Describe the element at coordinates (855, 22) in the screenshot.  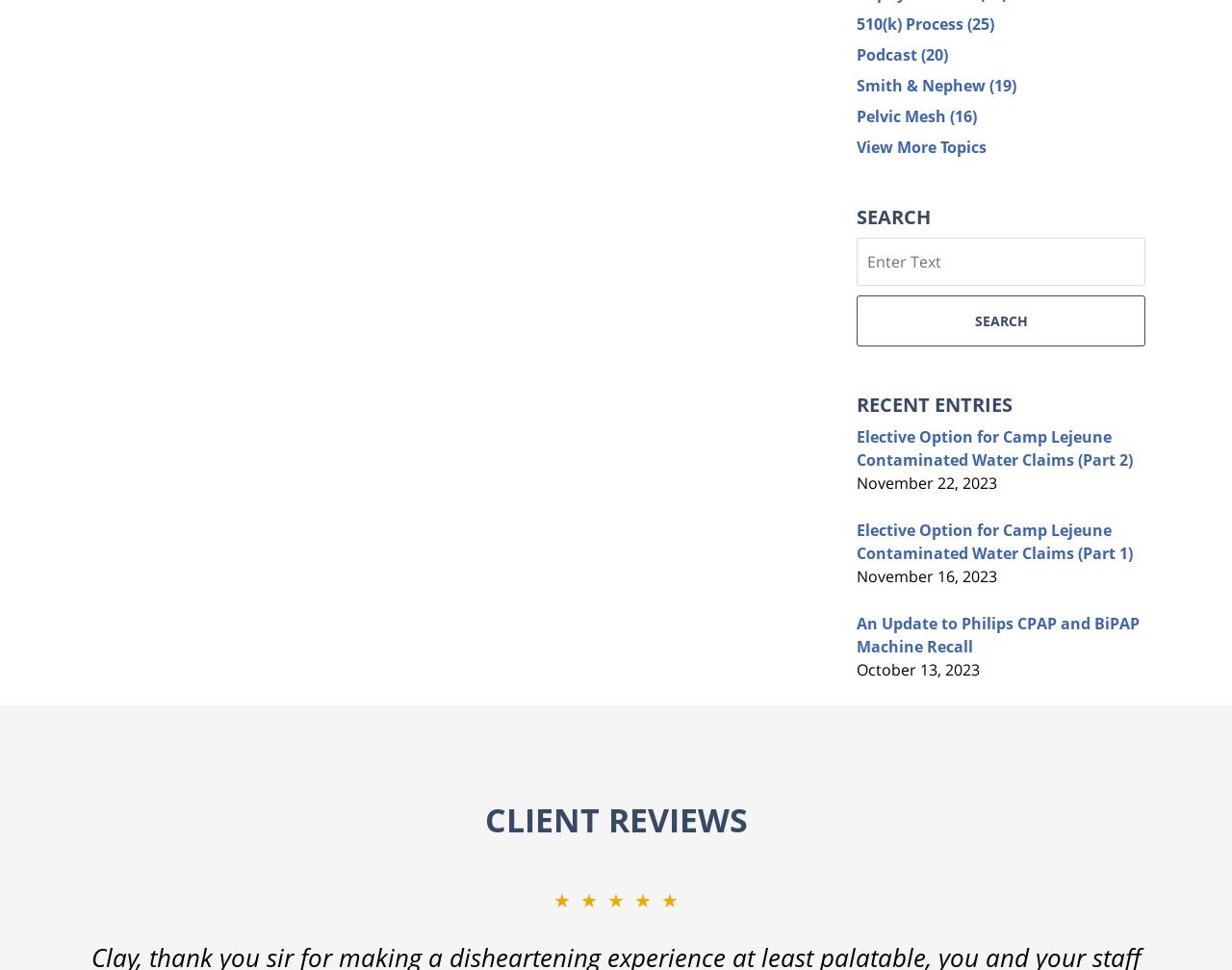
I see `'510(k) Process'` at that location.